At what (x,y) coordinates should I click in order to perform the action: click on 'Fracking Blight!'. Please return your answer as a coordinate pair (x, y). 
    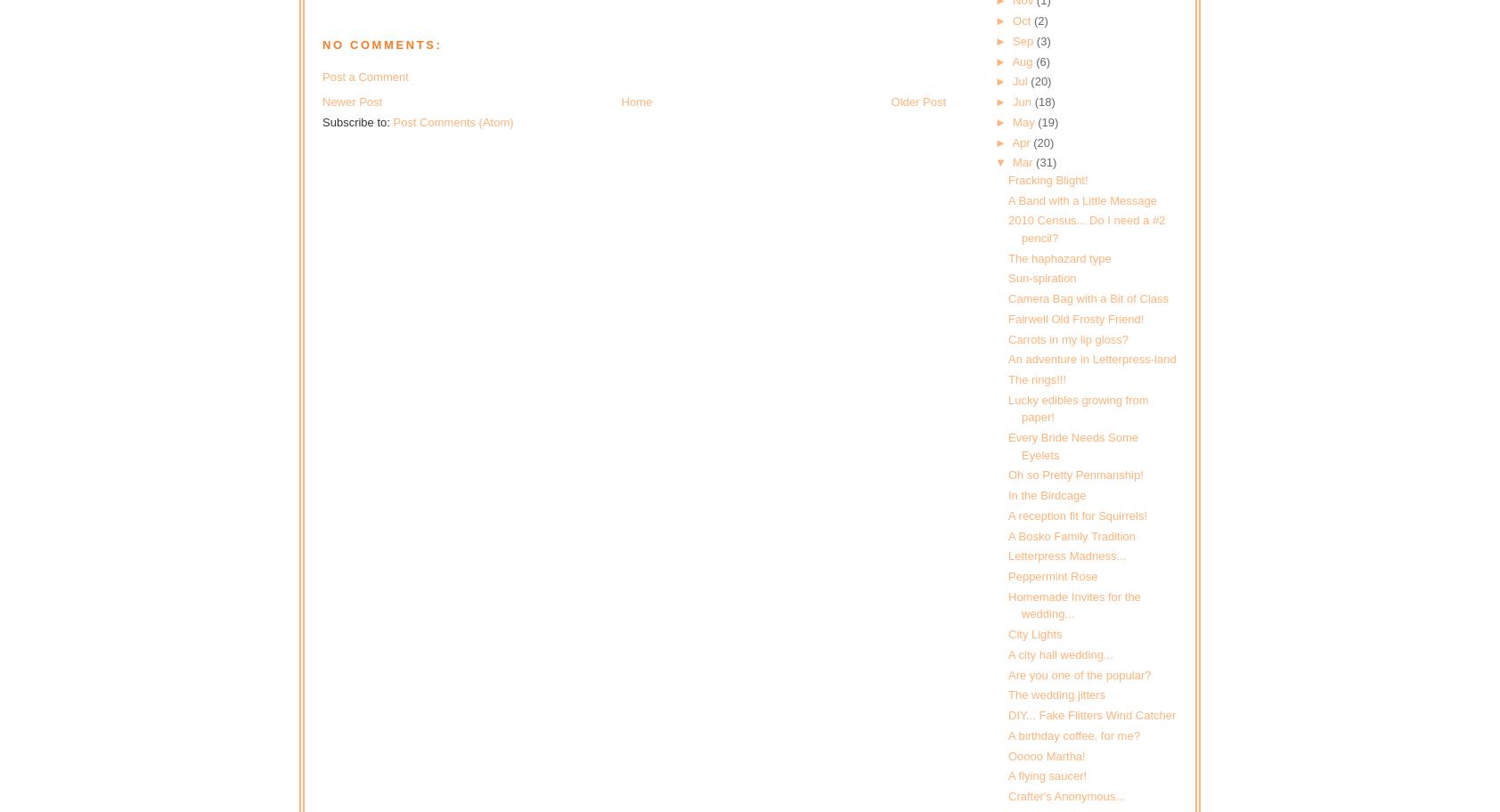
    Looking at the image, I should click on (1048, 178).